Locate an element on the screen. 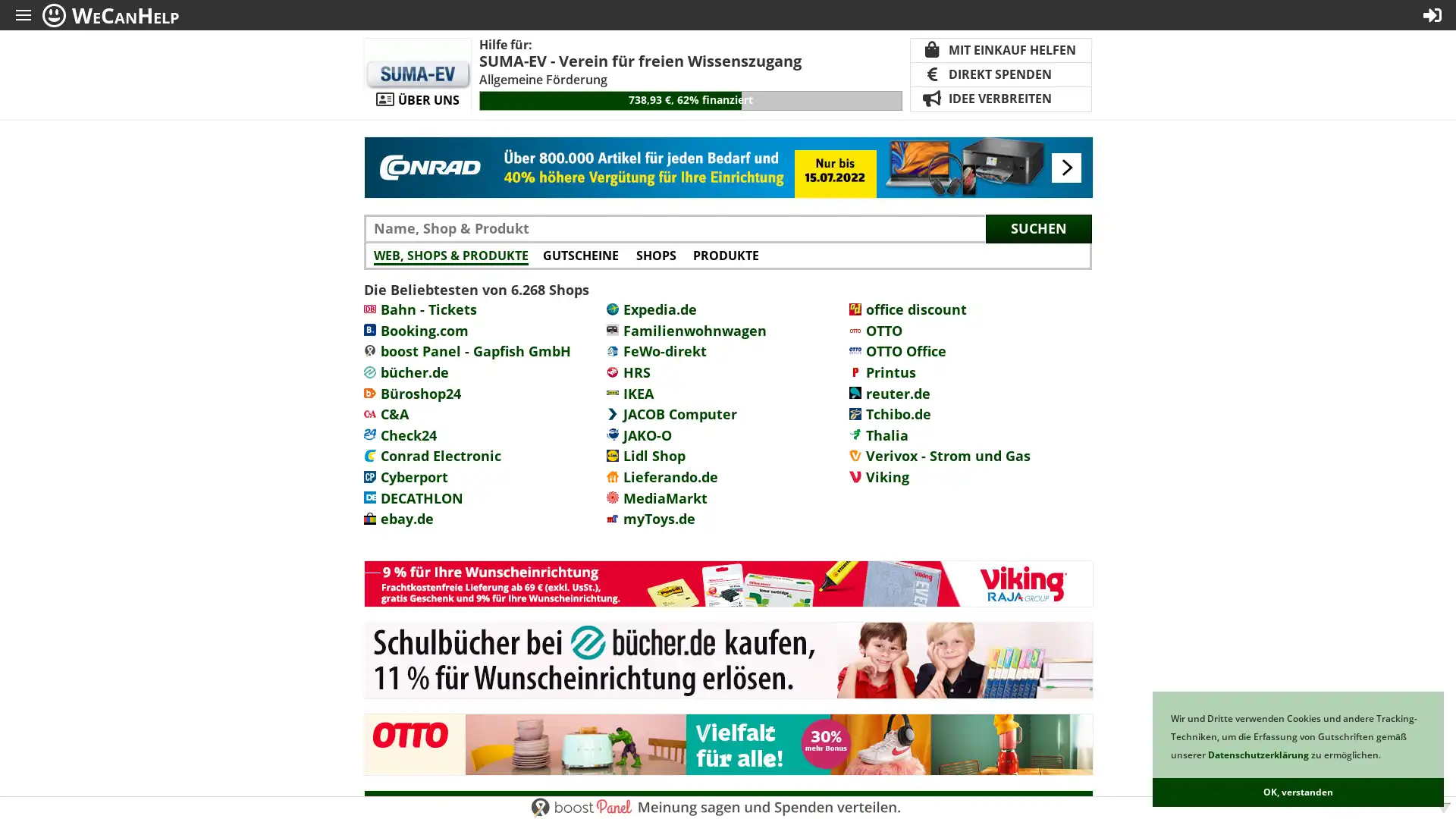 Image resolution: width=1456 pixels, height=819 pixels. learn more about cookies is located at coordinates (1384, 756).